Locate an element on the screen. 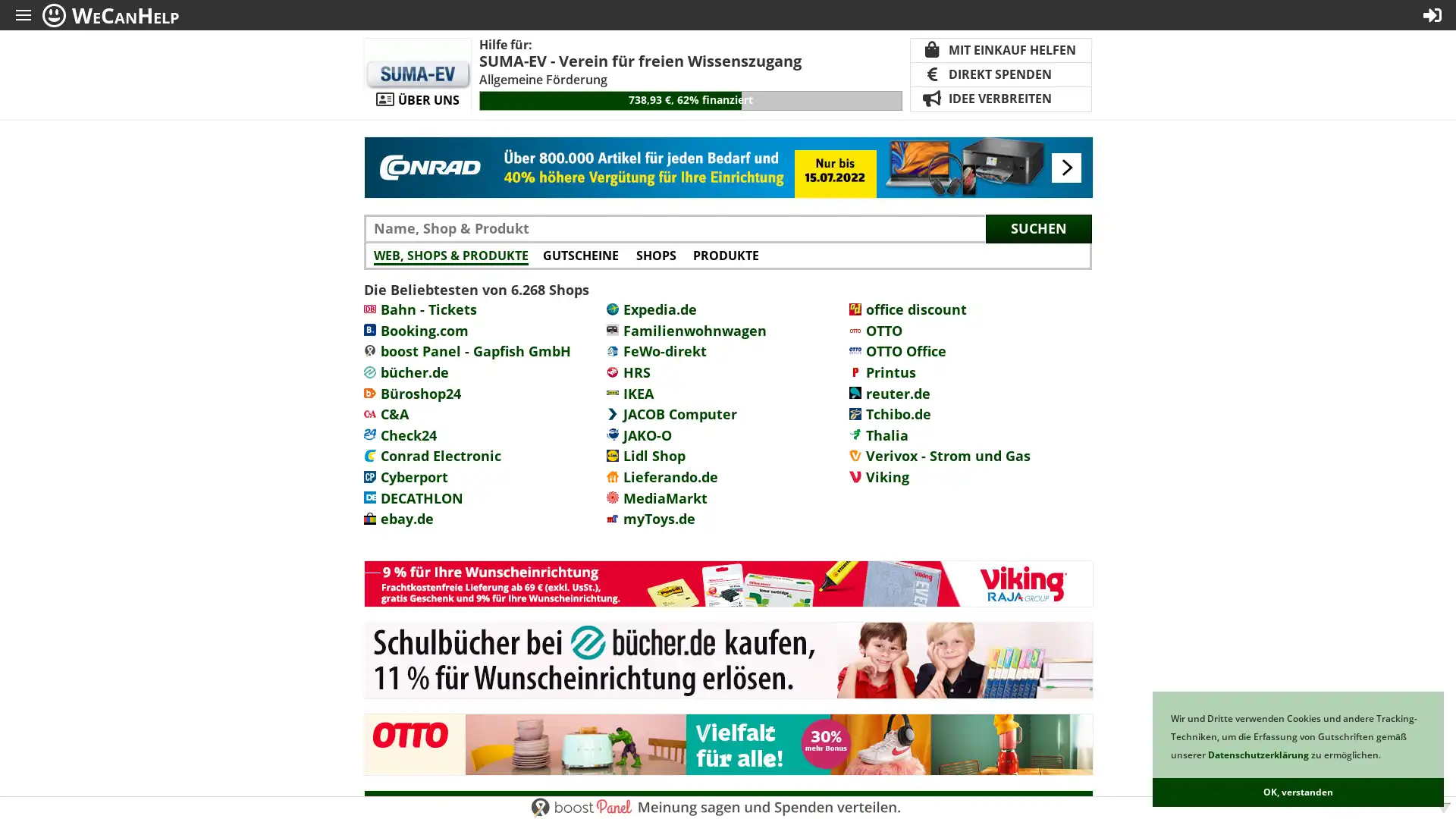 Image resolution: width=1456 pixels, height=819 pixels. learn more about cookies is located at coordinates (1384, 756).